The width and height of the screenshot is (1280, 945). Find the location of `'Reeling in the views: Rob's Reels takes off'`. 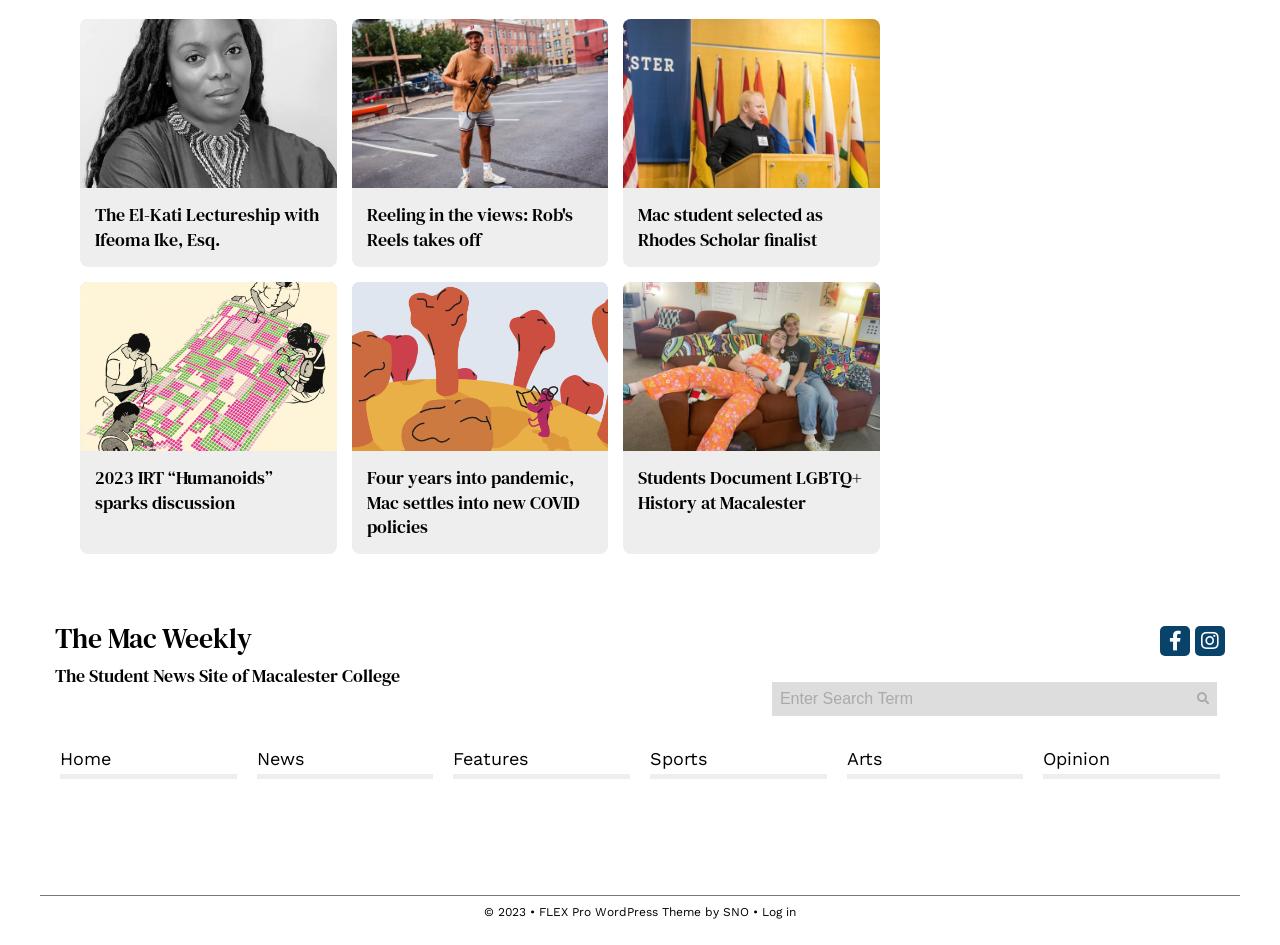

'Reeling in the views: Rob's Reels takes off' is located at coordinates (467, 225).